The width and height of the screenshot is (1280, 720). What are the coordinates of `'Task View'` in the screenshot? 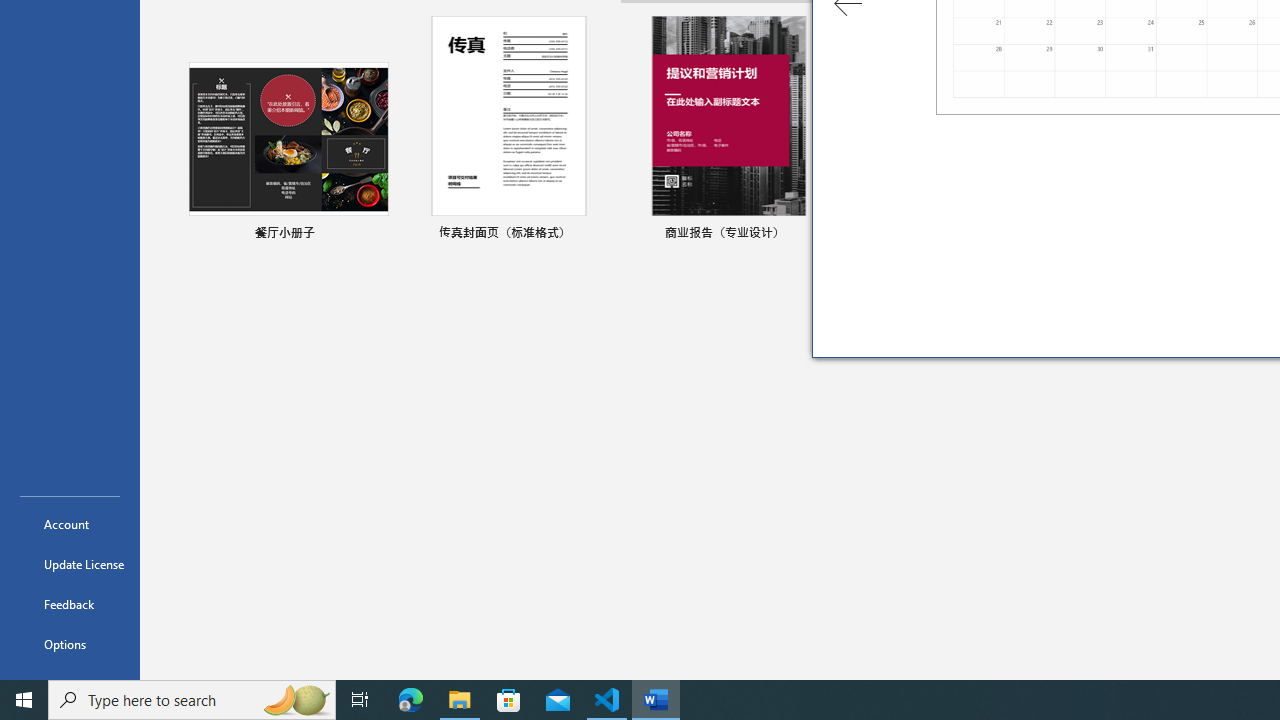 It's located at (359, 698).